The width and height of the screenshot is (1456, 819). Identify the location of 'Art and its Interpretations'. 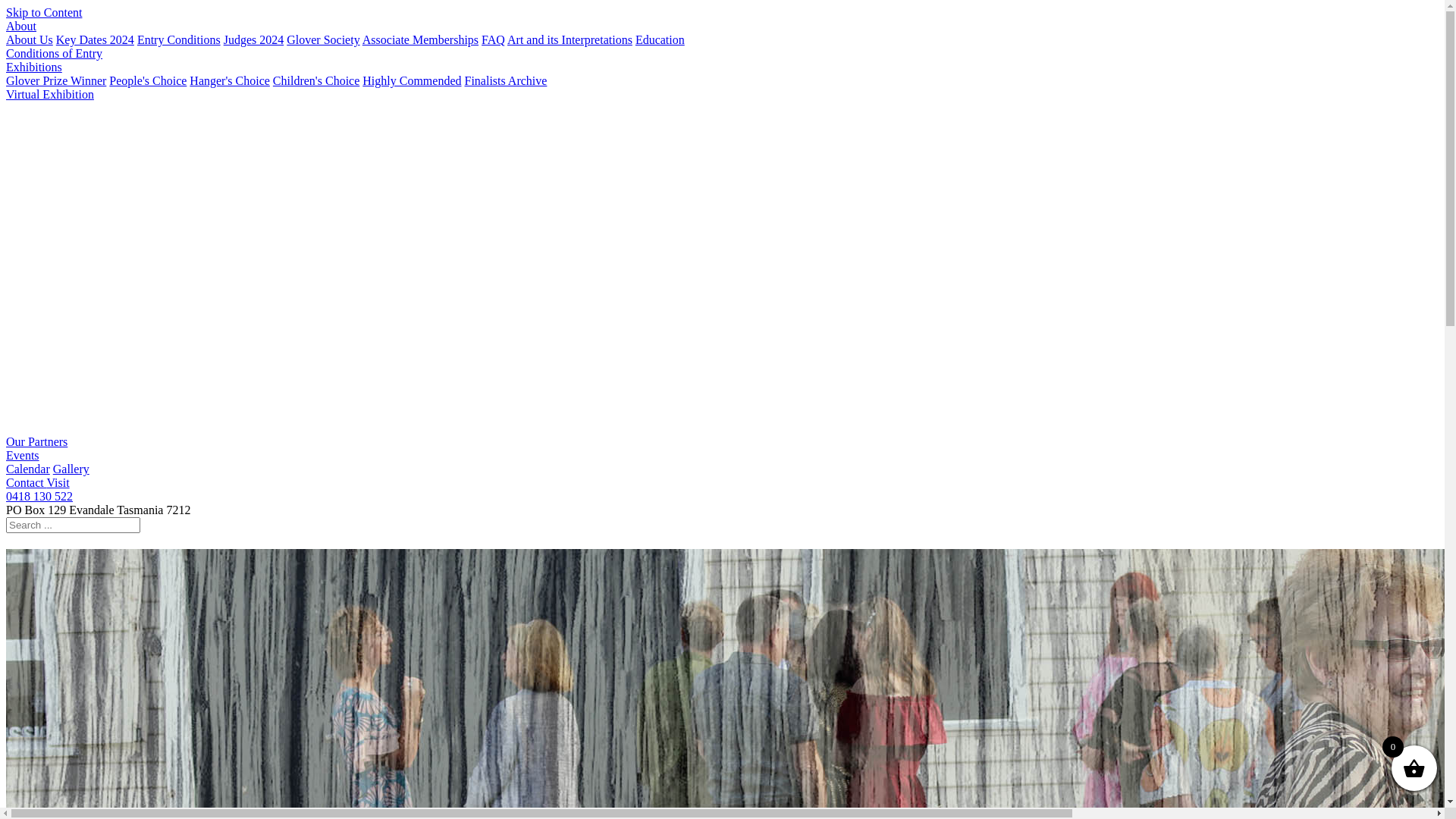
(507, 39).